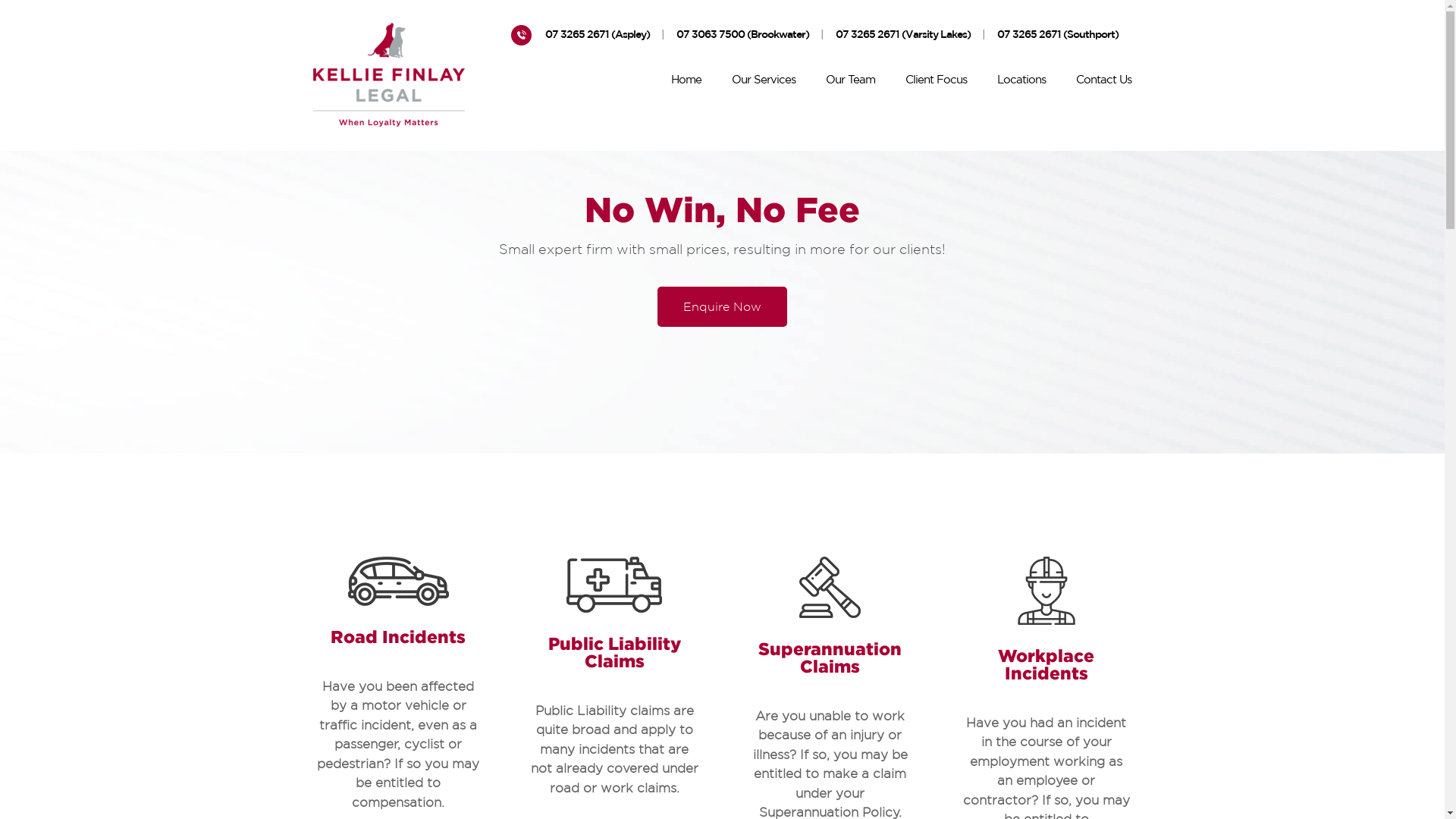  I want to click on 'Our Team', so click(850, 82).